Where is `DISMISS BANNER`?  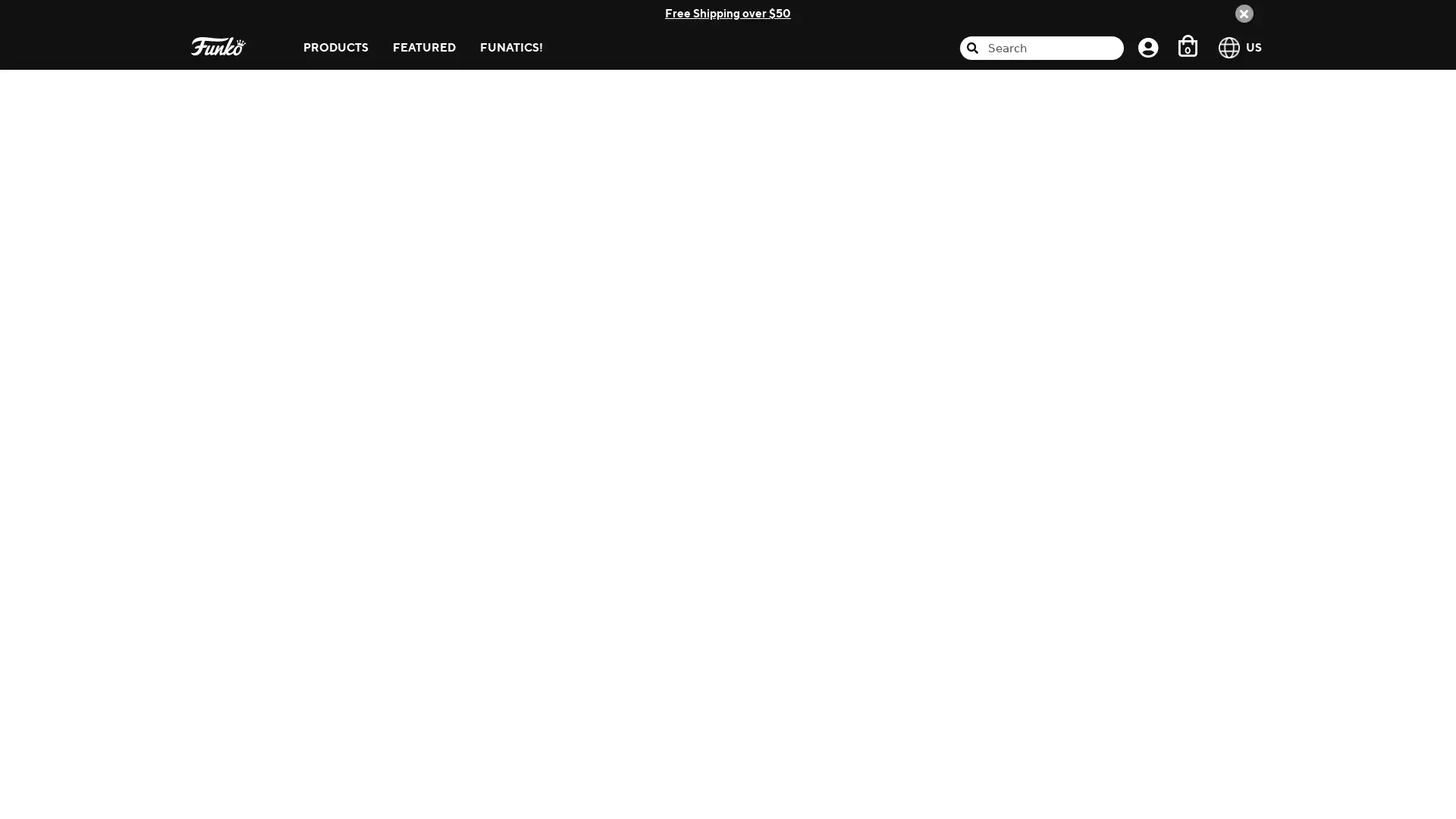 DISMISS BANNER is located at coordinates (1244, 12).